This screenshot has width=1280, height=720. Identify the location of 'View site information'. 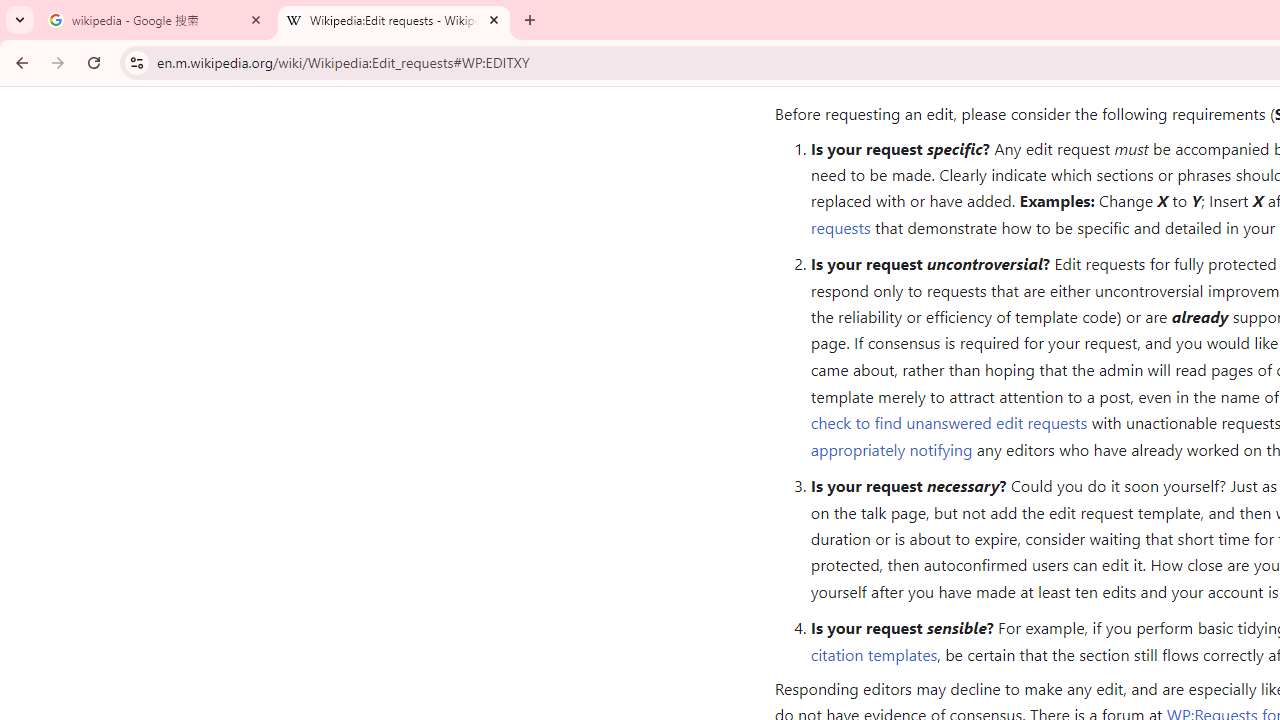
(135, 61).